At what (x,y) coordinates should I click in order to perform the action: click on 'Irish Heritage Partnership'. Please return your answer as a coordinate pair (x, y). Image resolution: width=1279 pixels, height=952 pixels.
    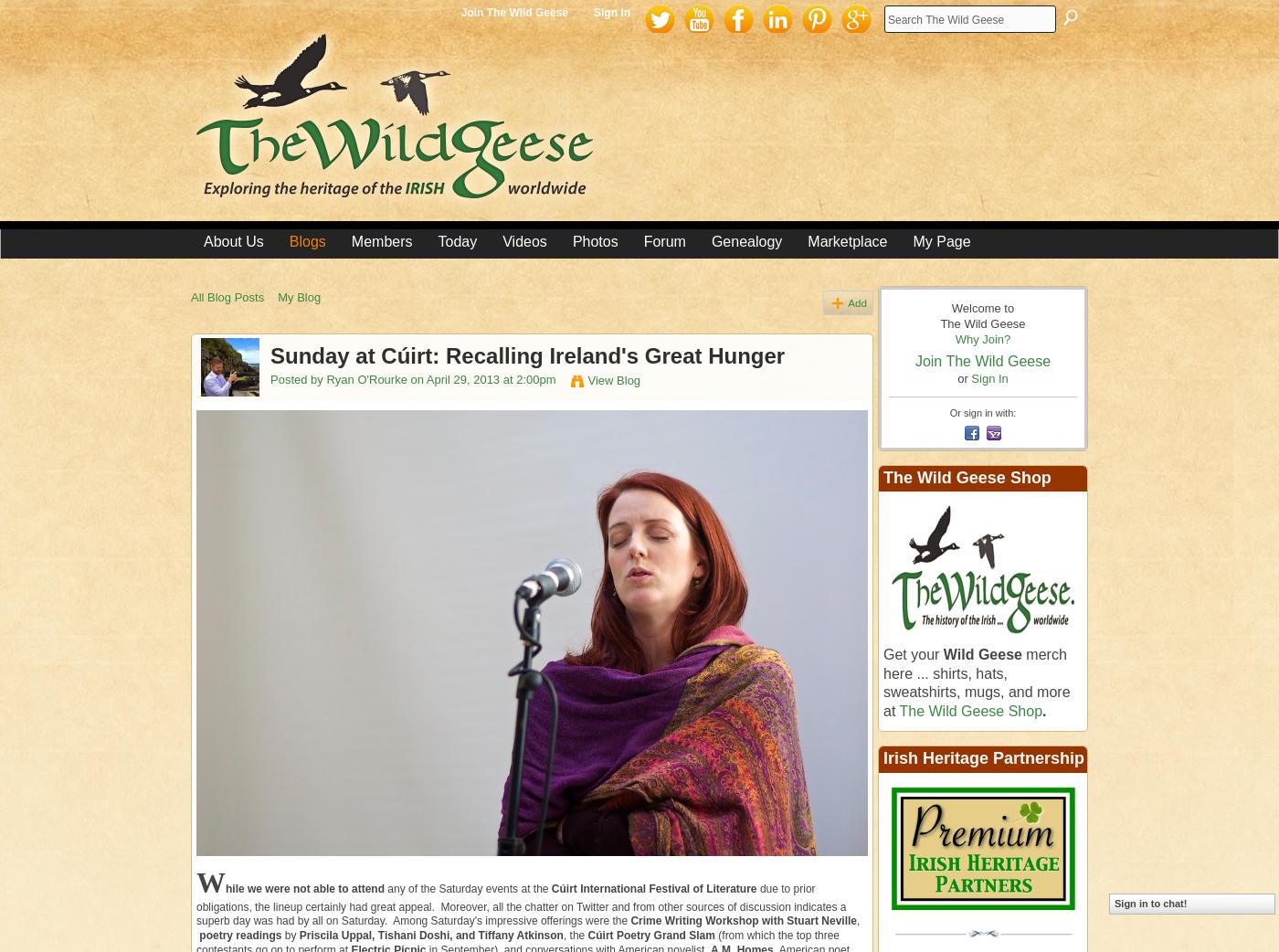
    Looking at the image, I should click on (984, 757).